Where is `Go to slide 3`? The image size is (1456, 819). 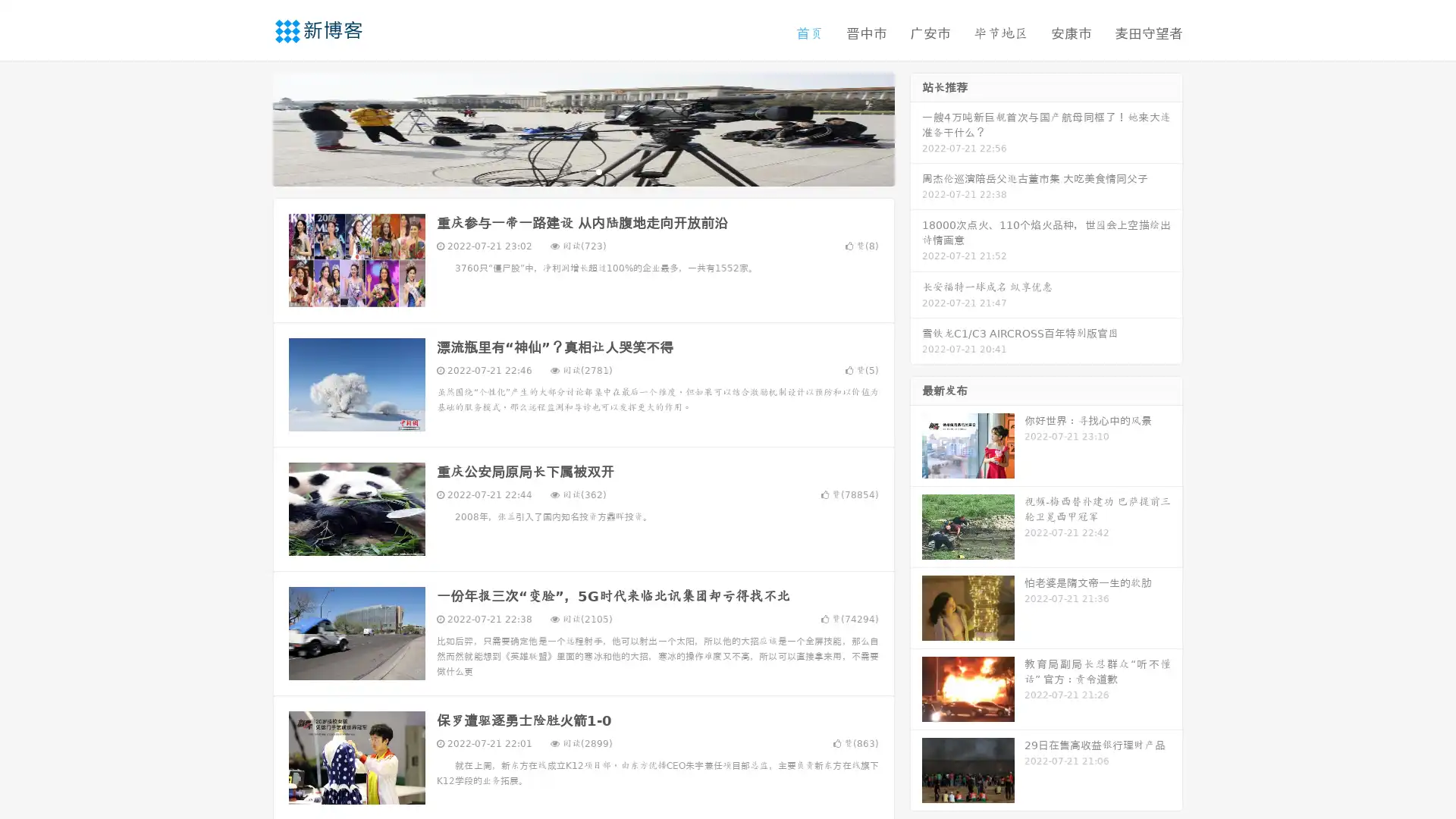
Go to slide 3 is located at coordinates (598, 171).